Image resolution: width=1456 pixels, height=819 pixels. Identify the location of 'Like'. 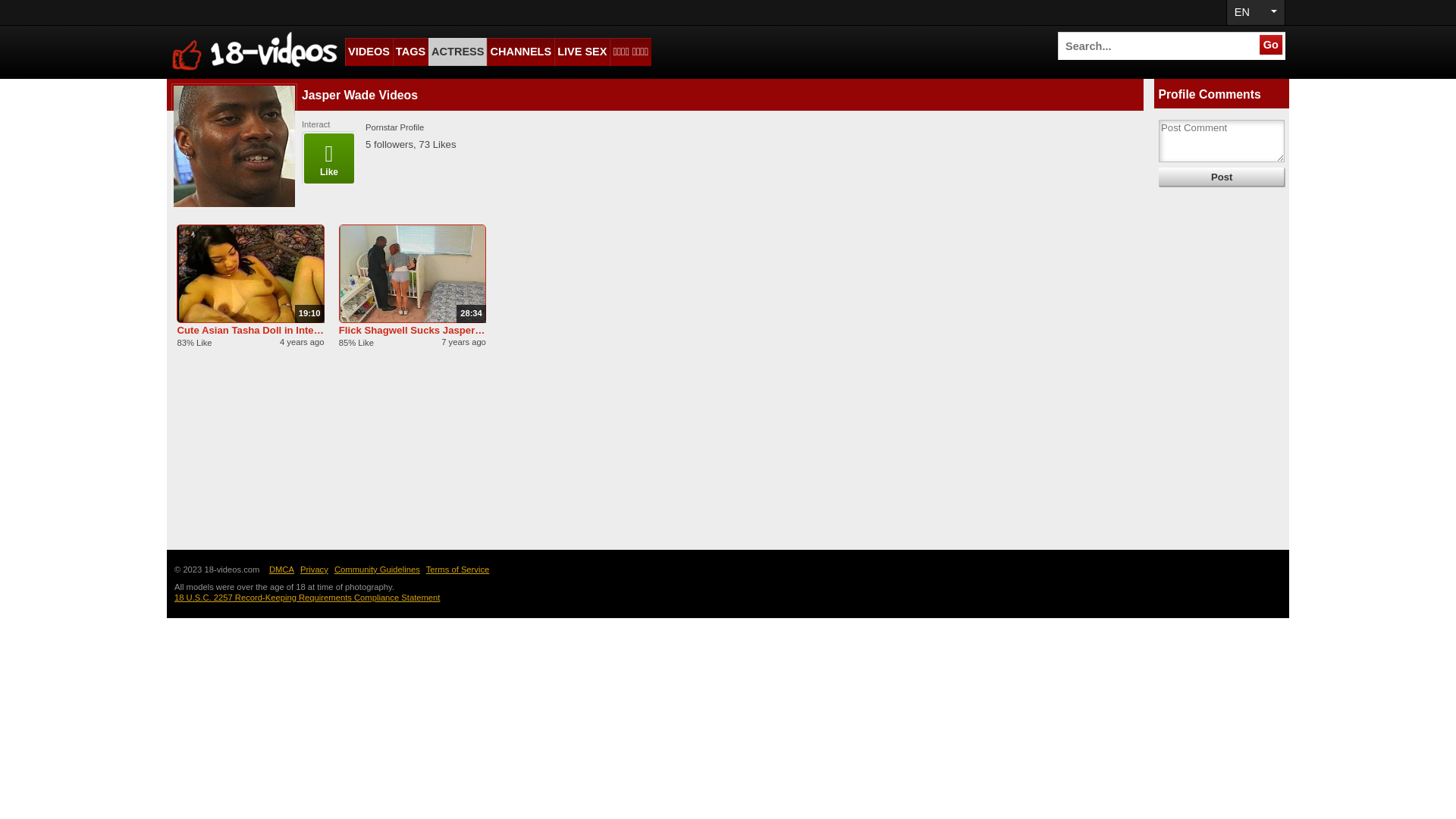
(328, 158).